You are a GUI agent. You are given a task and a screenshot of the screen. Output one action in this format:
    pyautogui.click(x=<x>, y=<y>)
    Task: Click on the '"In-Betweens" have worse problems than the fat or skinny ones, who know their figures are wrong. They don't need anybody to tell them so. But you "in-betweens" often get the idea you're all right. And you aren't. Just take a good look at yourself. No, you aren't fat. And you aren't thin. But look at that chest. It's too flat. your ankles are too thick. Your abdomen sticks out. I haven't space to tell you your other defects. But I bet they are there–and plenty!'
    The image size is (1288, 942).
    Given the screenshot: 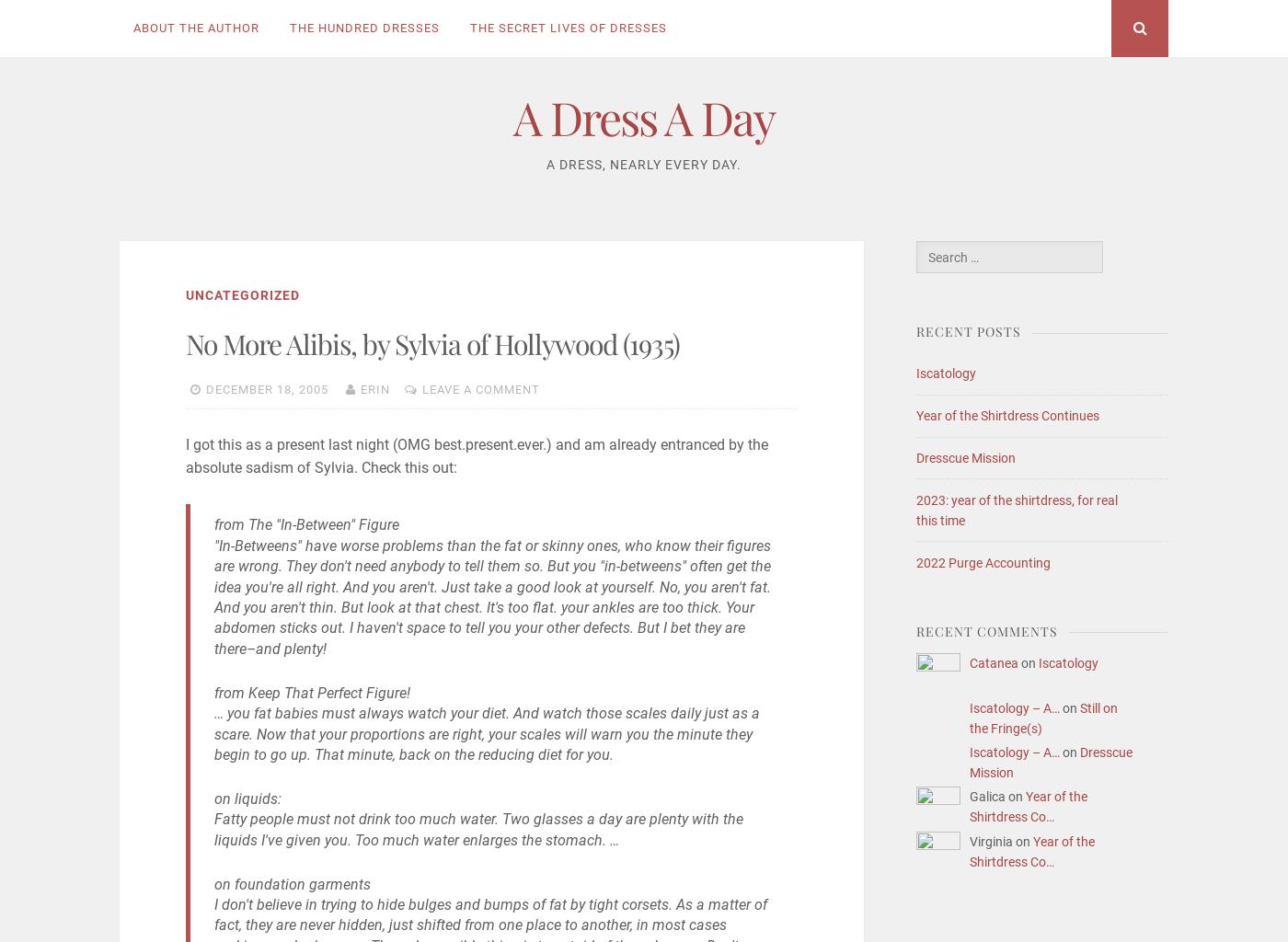 What is the action you would take?
    pyautogui.click(x=491, y=595)
    